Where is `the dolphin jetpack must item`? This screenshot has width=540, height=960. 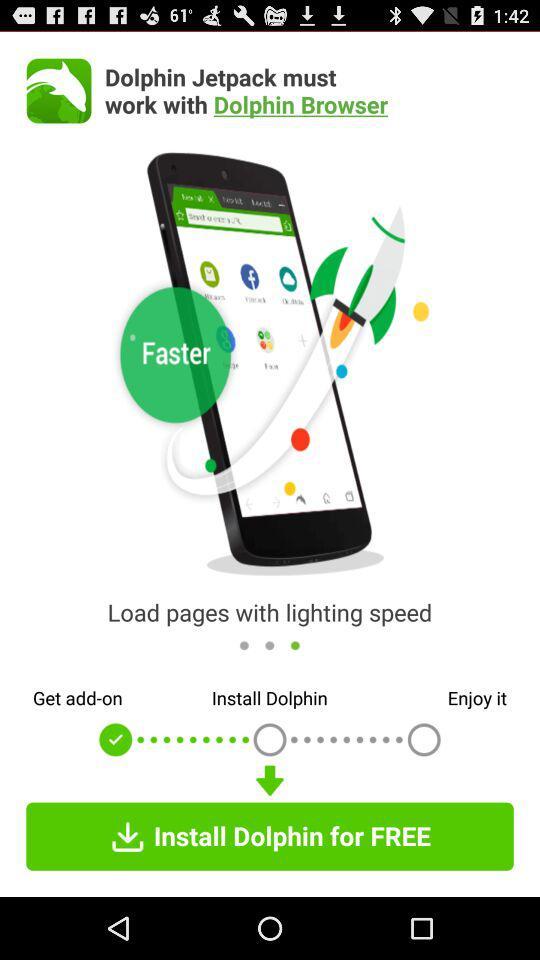 the dolphin jetpack must item is located at coordinates (309, 90).